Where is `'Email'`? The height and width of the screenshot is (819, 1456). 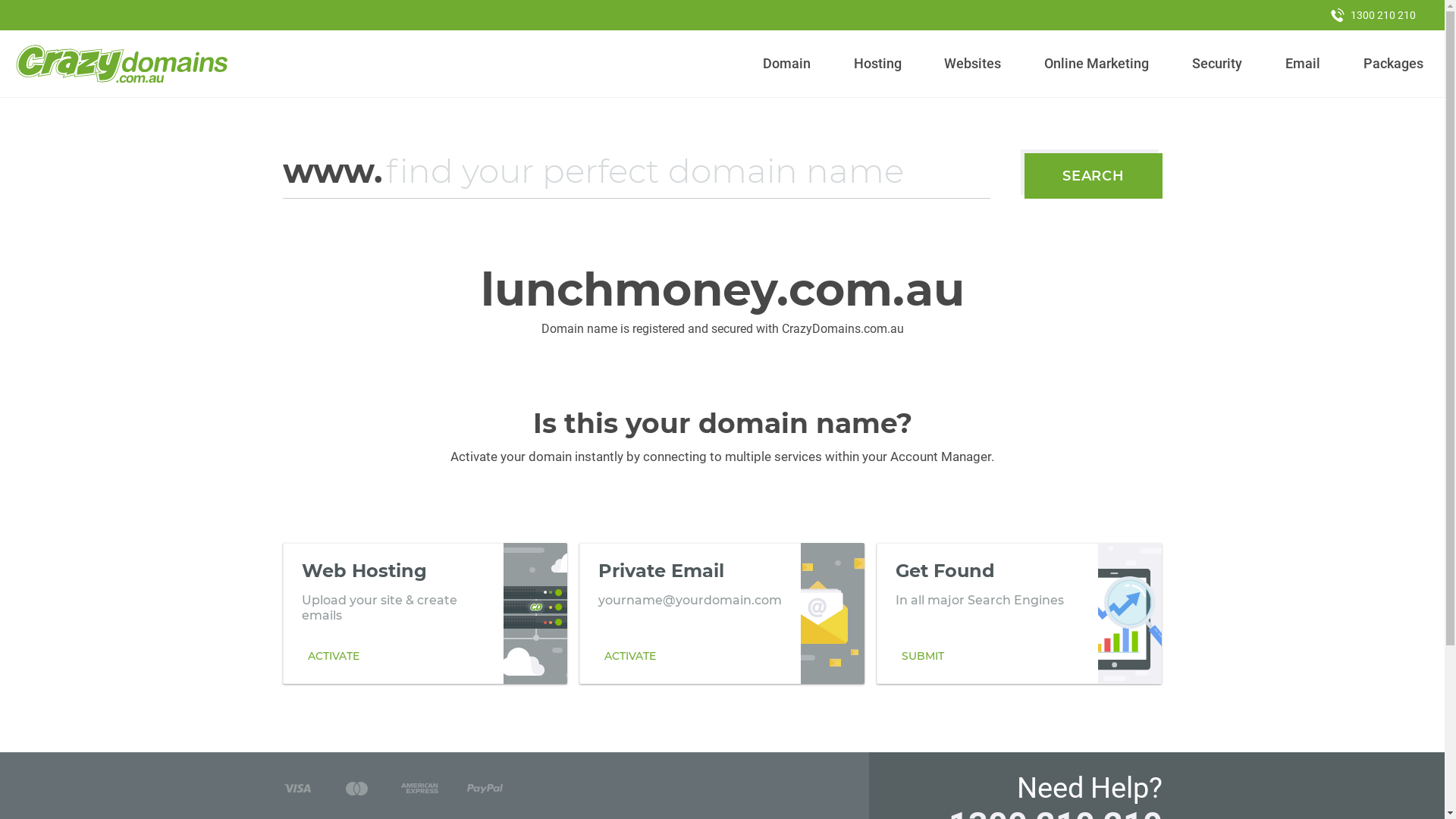
'Email' is located at coordinates (1301, 63).